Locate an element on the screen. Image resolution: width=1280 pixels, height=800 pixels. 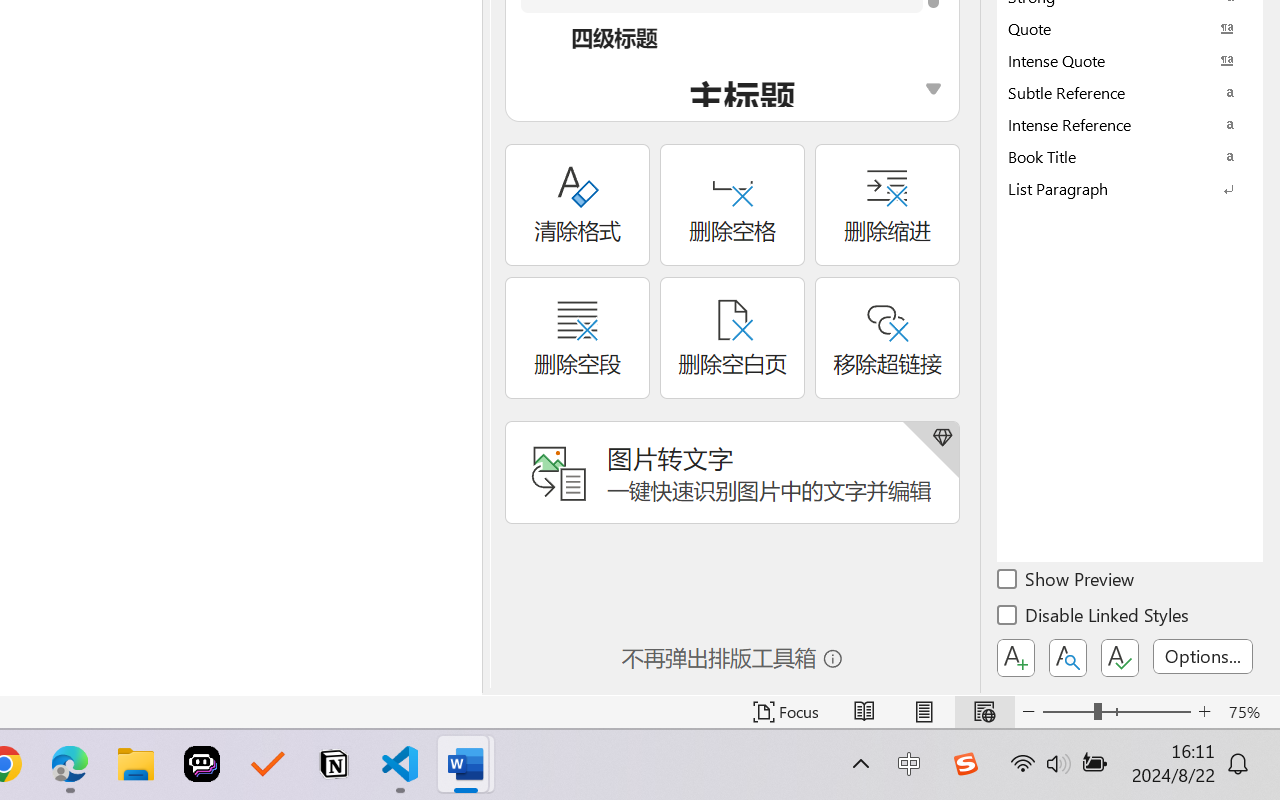
'Show Preview' is located at coordinates (1066, 581).